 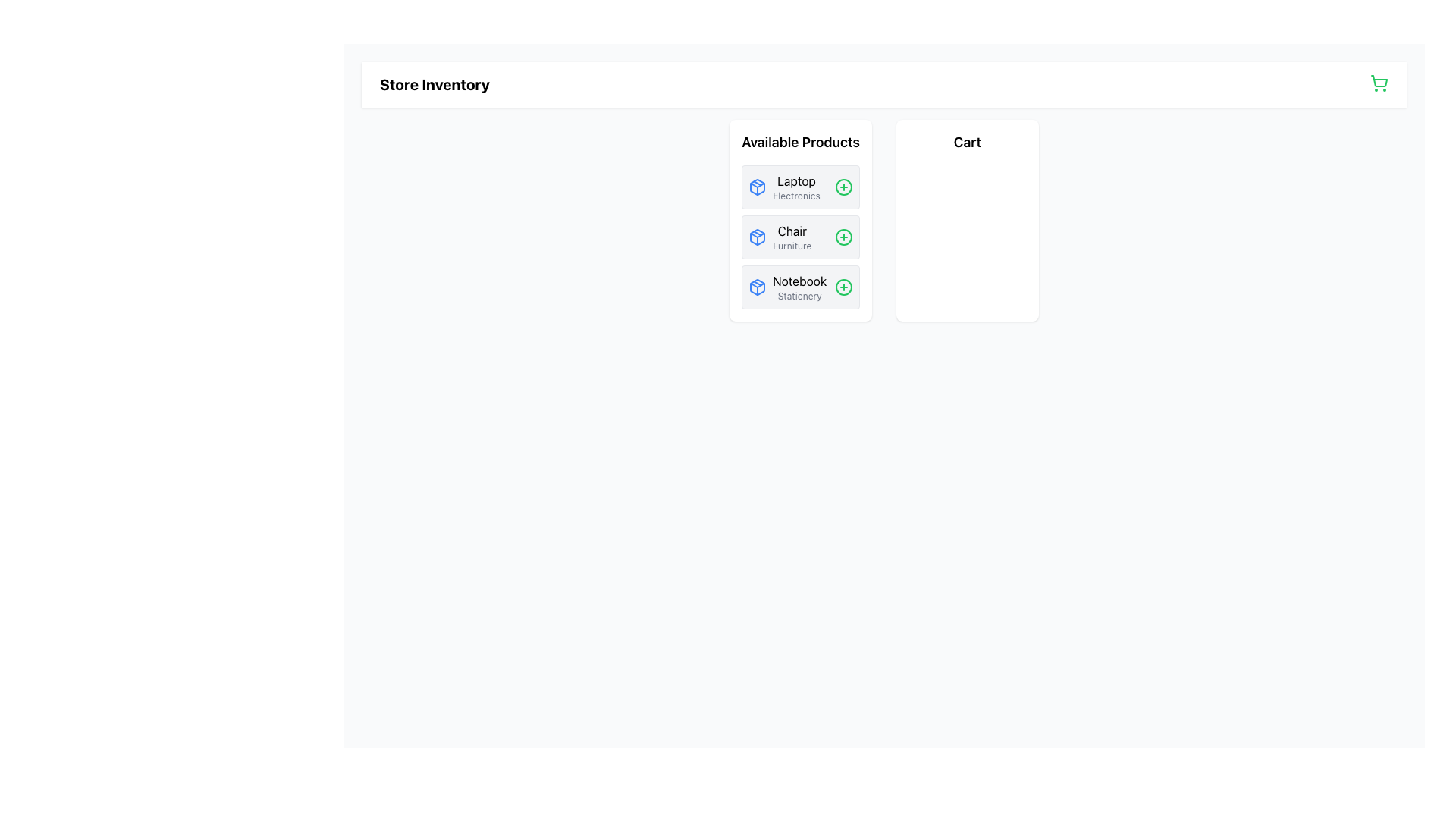 What do you see at coordinates (795, 180) in the screenshot?
I see `the text label displaying 'Laptop'` at bounding box center [795, 180].